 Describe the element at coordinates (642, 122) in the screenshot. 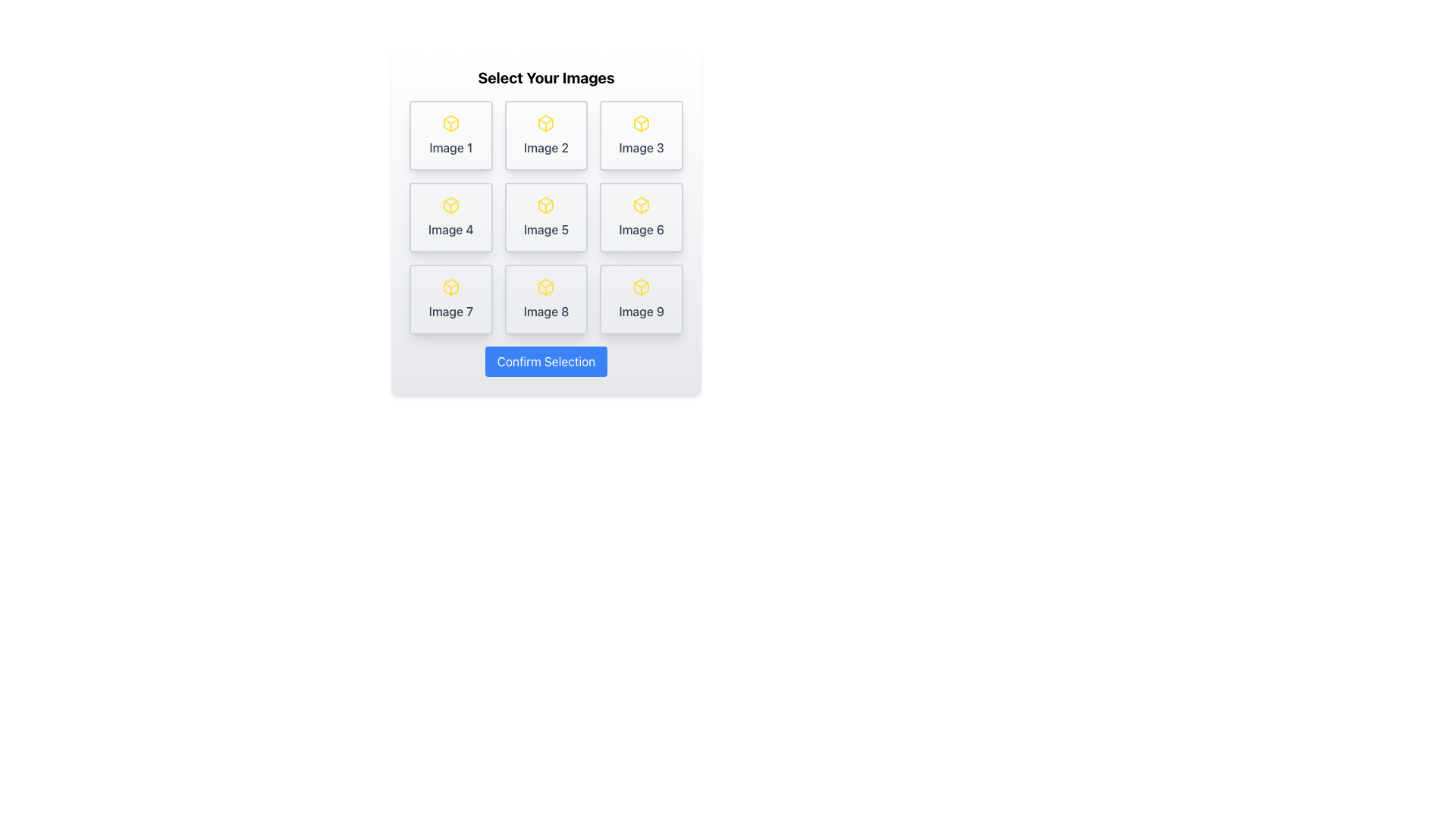

I see `the yellow box icon located in the third cell of the top row in a 3x3 grid layout` at that location.